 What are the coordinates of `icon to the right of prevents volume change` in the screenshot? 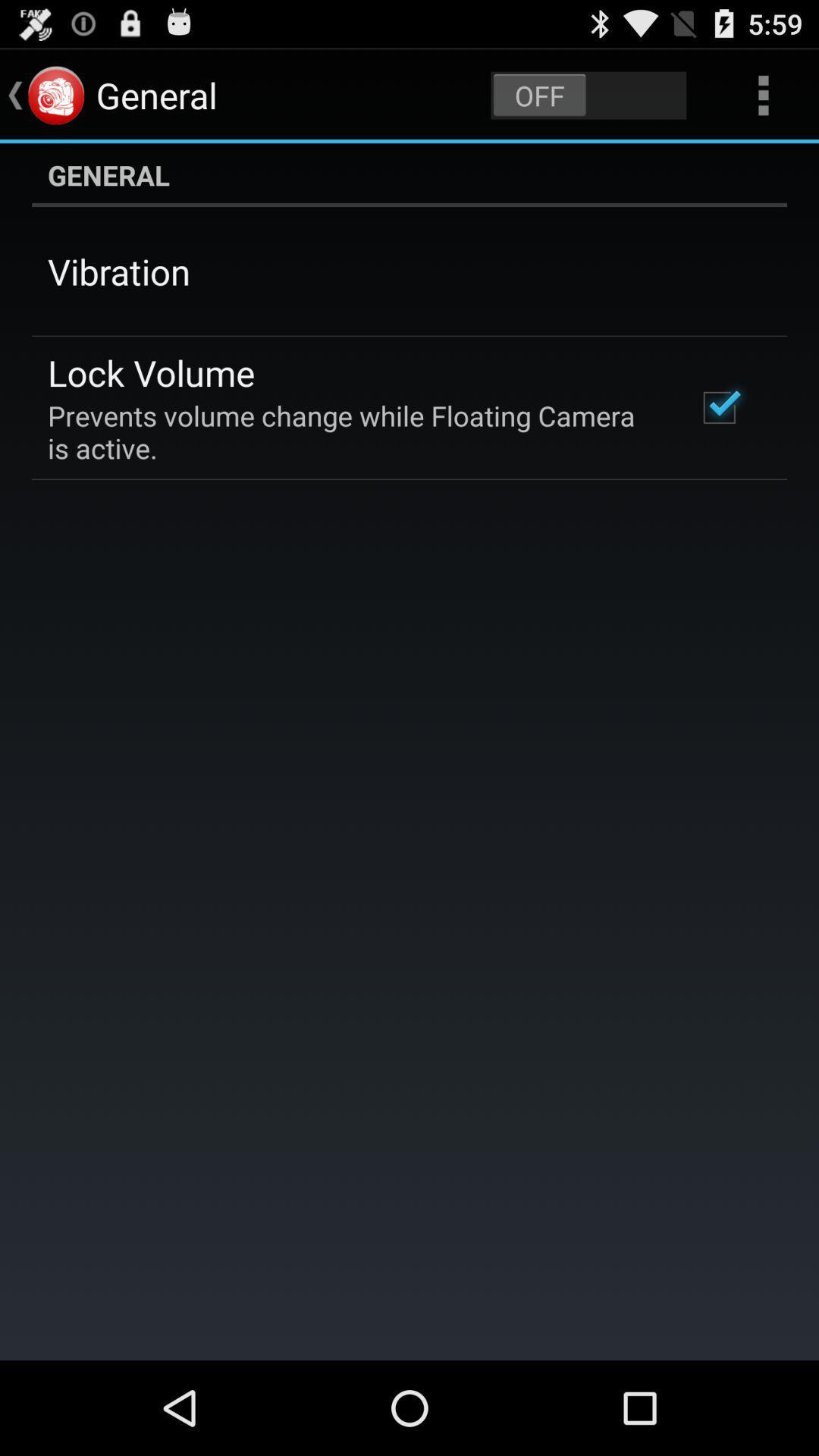 It's located at (718, 407).